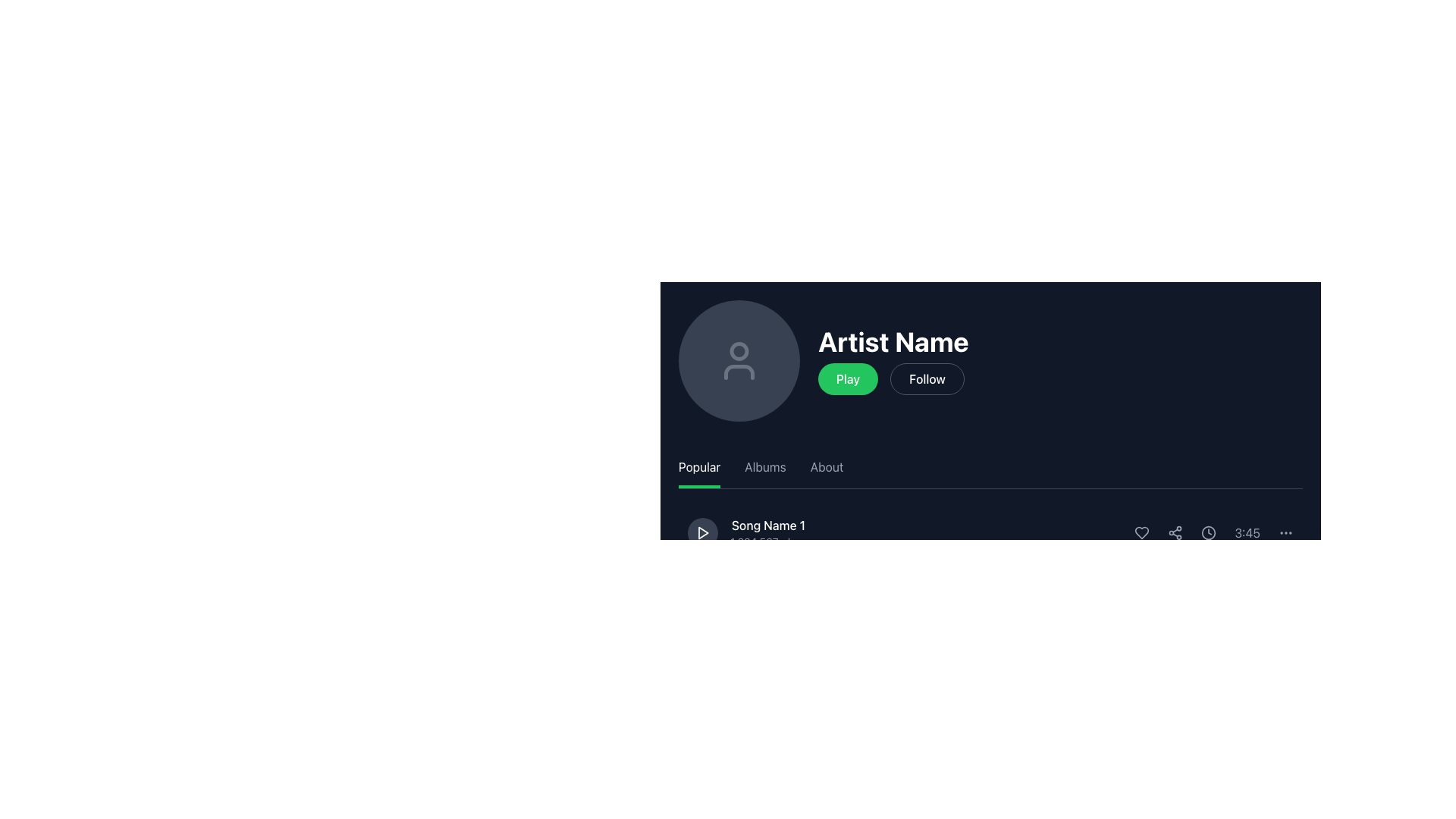 This screenshot has height=819, width=1456. What do you see at coordinates (698, 466) in the screenshot?
I see `the 'Popular' text link in the navigation bar` at bounding box center [698, 466].